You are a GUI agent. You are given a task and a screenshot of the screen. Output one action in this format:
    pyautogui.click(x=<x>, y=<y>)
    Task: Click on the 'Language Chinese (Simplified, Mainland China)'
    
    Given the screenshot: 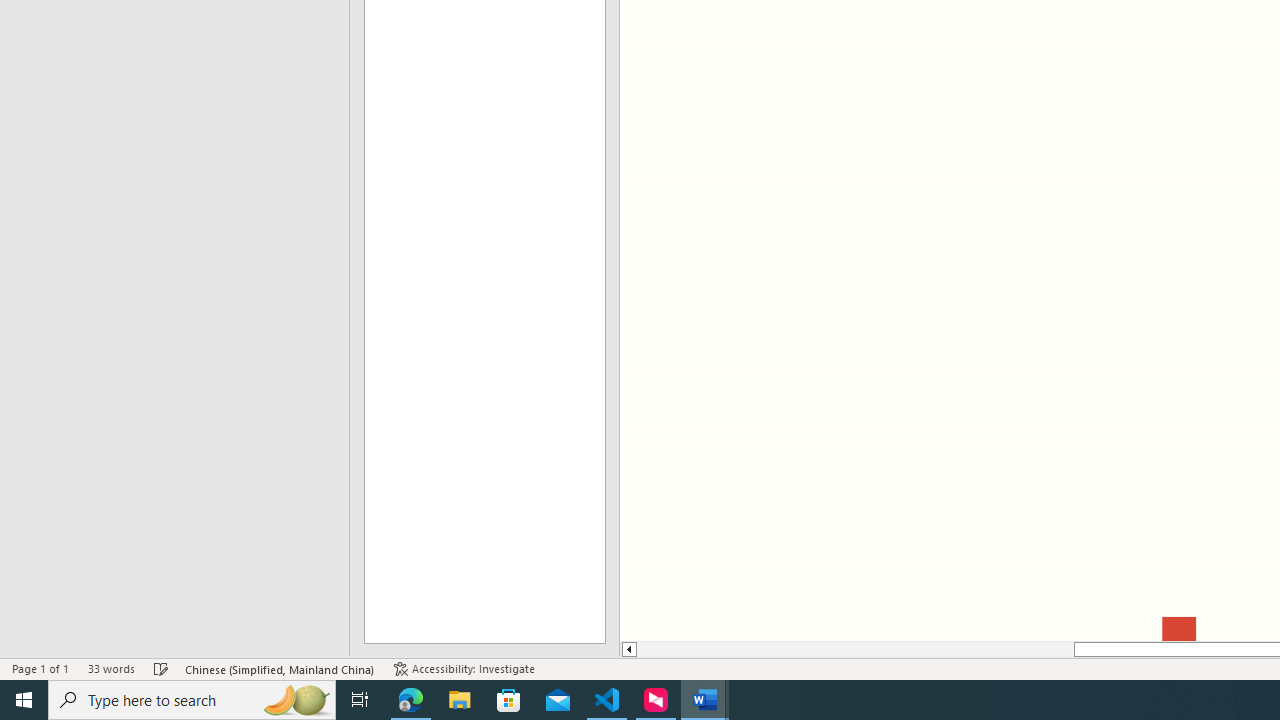 What is the action you would take?
    pyautogui.click(x=279, y=669)
    